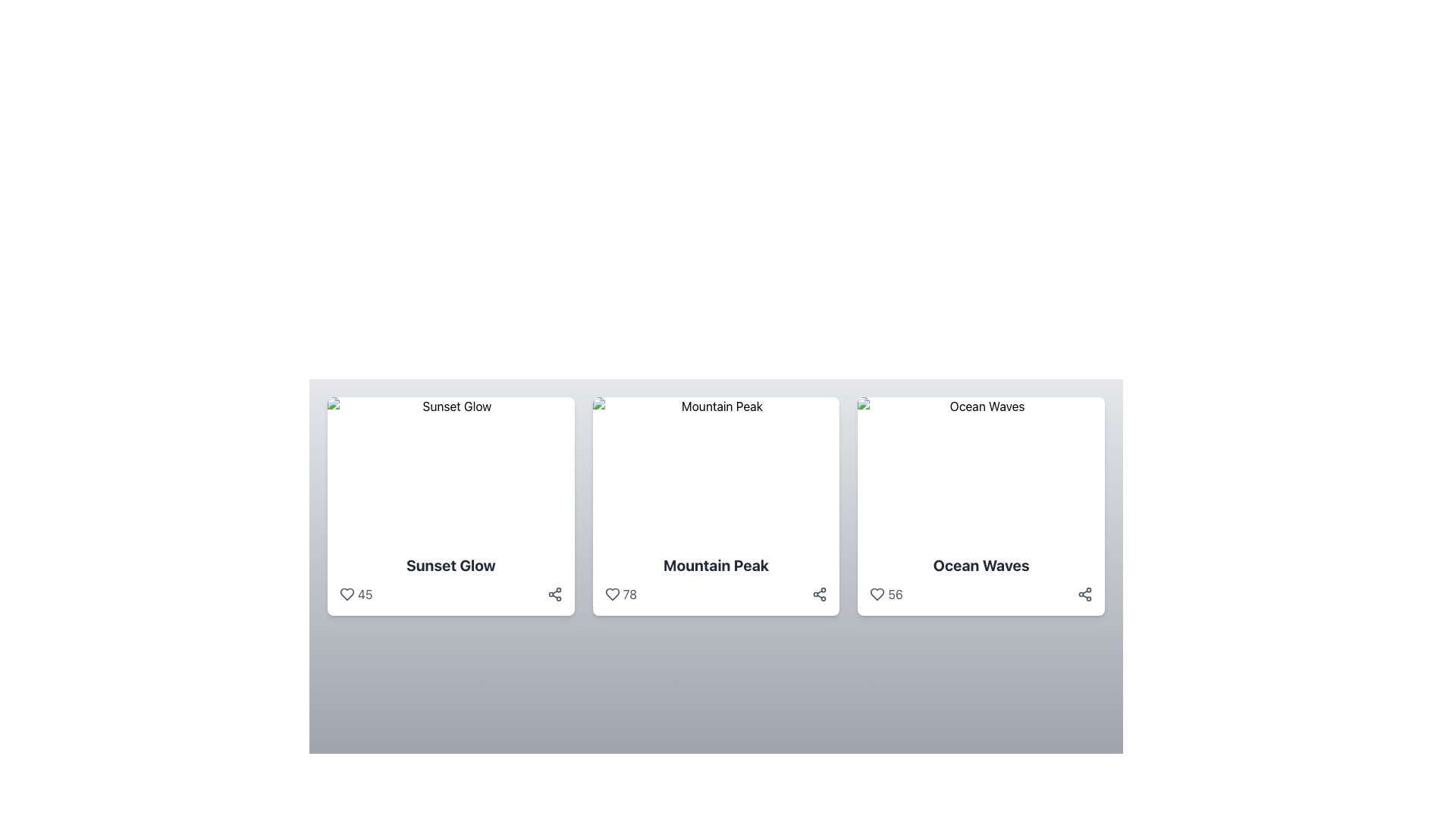 The width and height of the screenshot is (1456, 819). I want to click on the static state of the 'like' icon located at the bottom-left corner of the 'Mountain Peak' card, adjacent to the numerical indicator '78', so click(612, 593).